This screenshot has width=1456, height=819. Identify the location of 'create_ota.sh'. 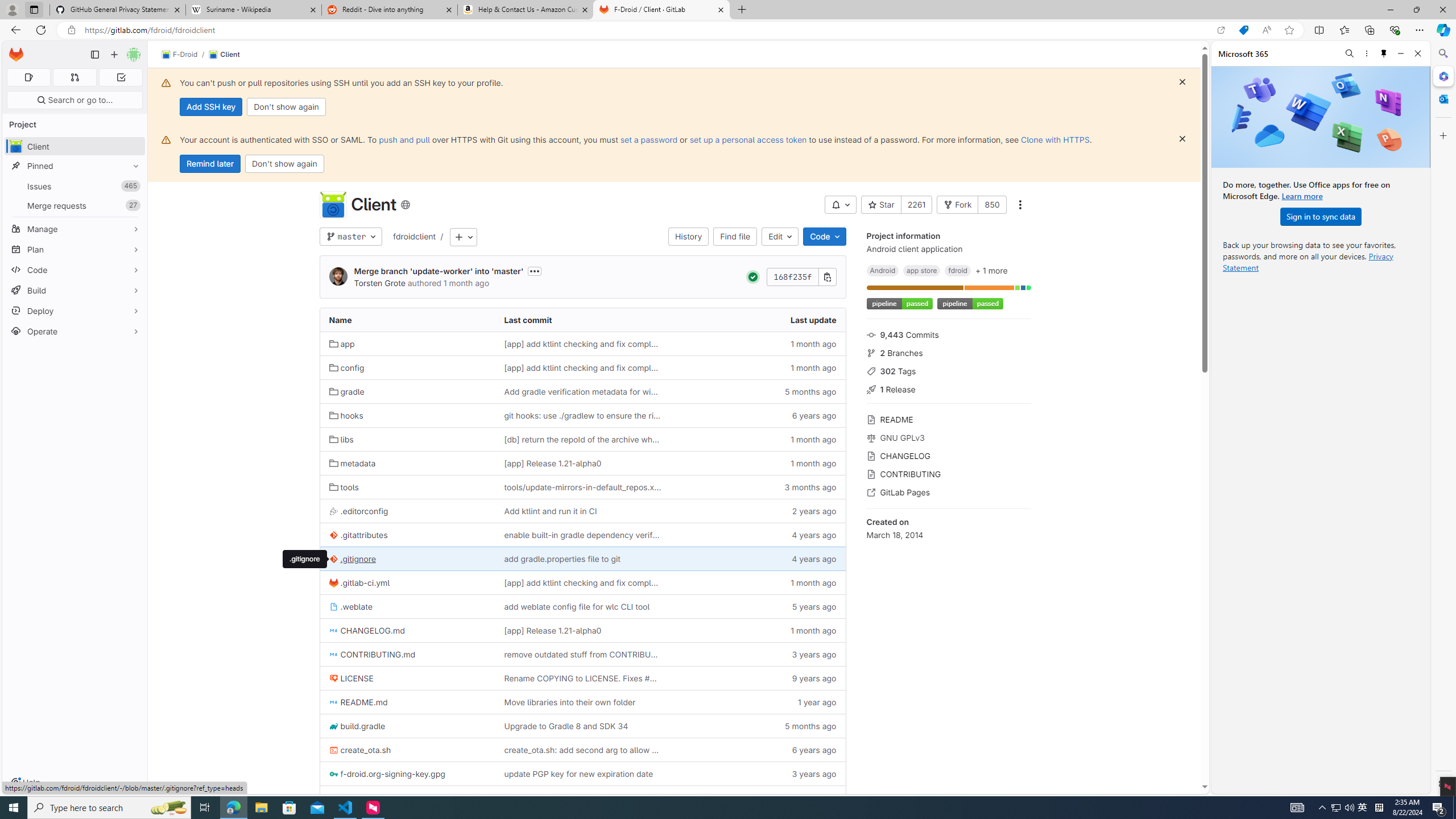
(359, 750).